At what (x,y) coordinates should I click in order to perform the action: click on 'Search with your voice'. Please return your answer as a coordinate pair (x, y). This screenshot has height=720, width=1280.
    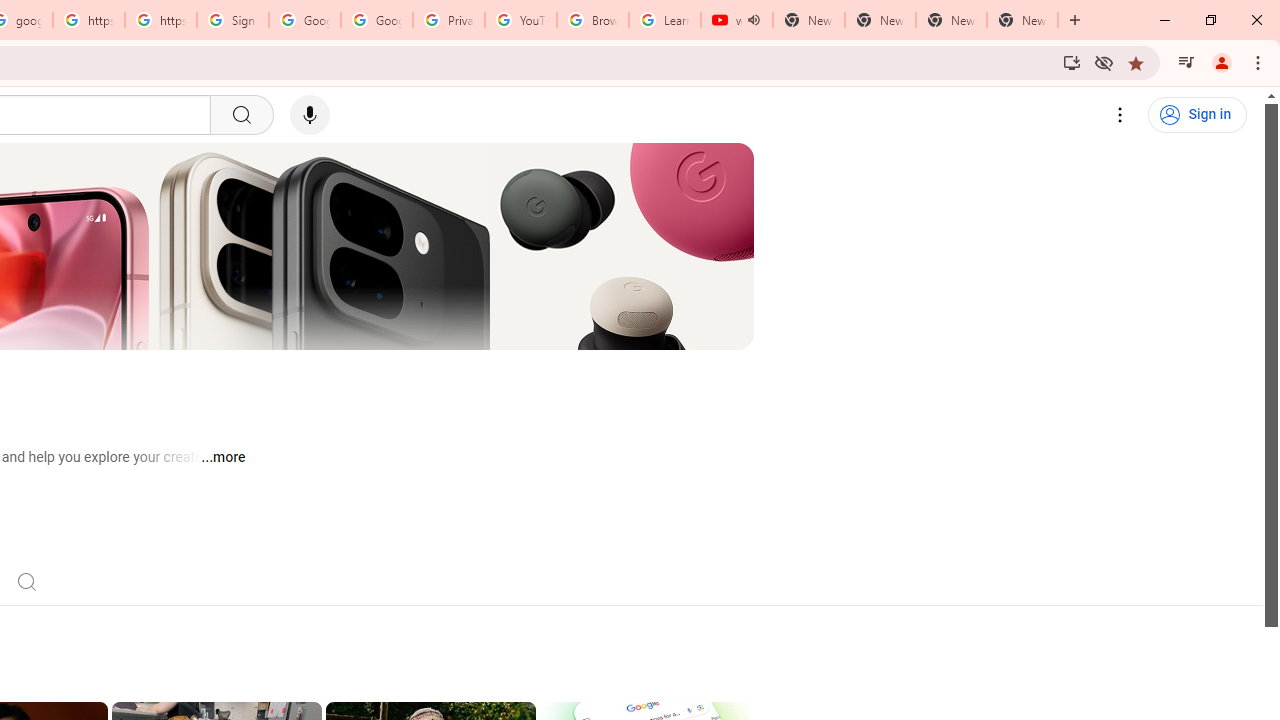
    Looking at the image, I should click on (308, 115).